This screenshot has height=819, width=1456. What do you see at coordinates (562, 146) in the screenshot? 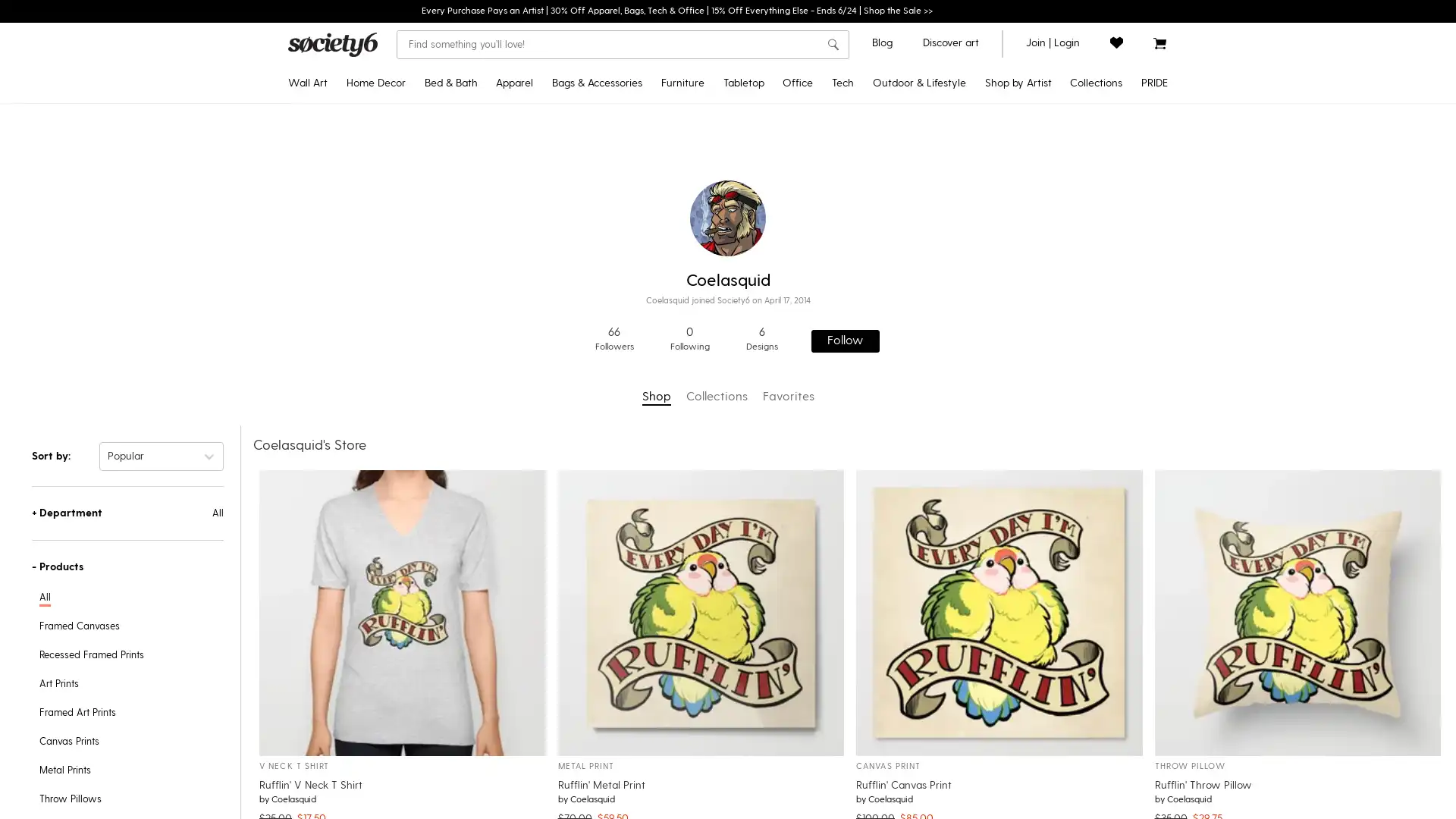
I see `Crewneck Sweatshirts` at bounding box center [562, 146].